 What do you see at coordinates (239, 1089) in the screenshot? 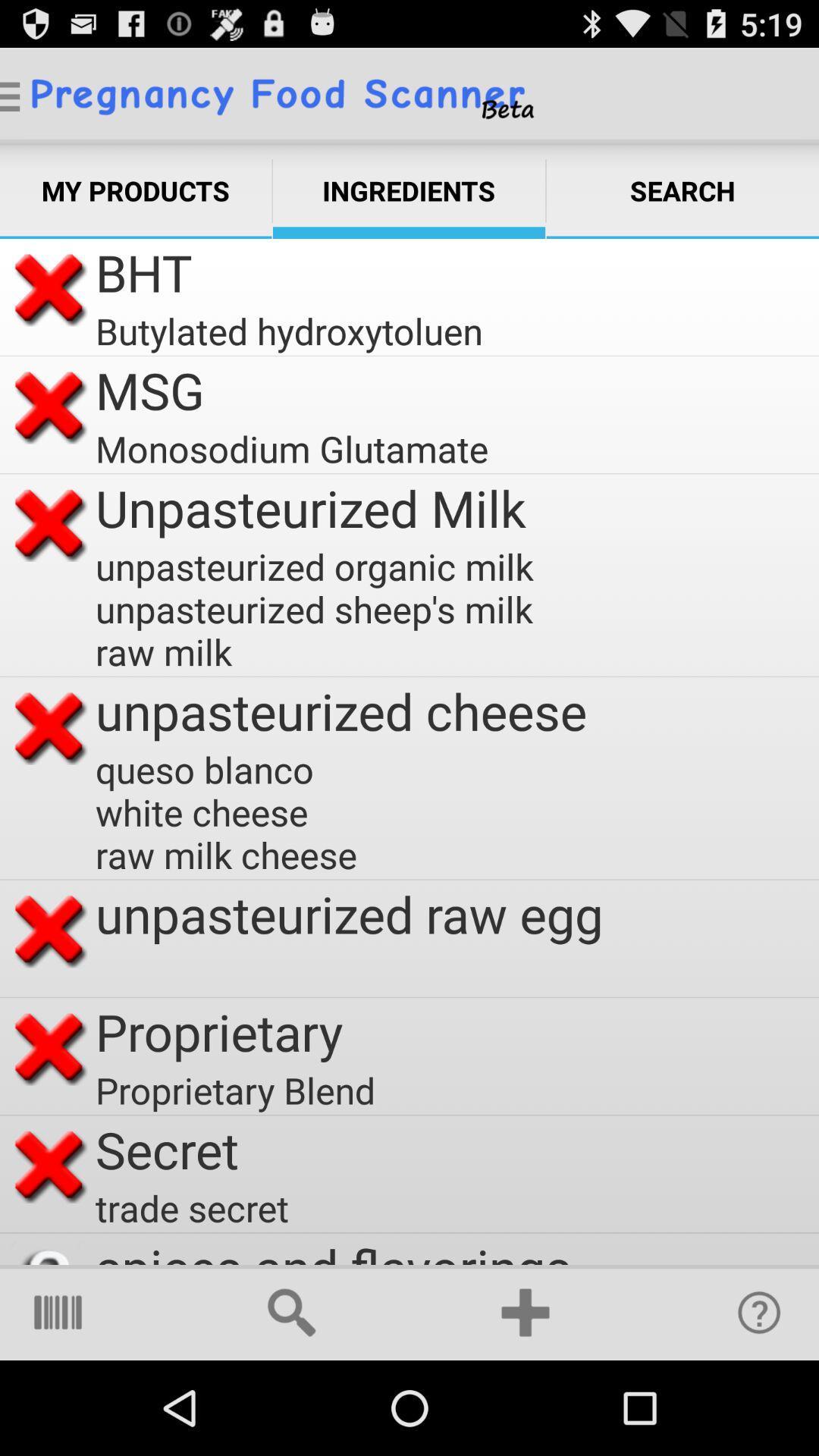
I see `icon below the proprietary item` at bounding box center [239, 1089].